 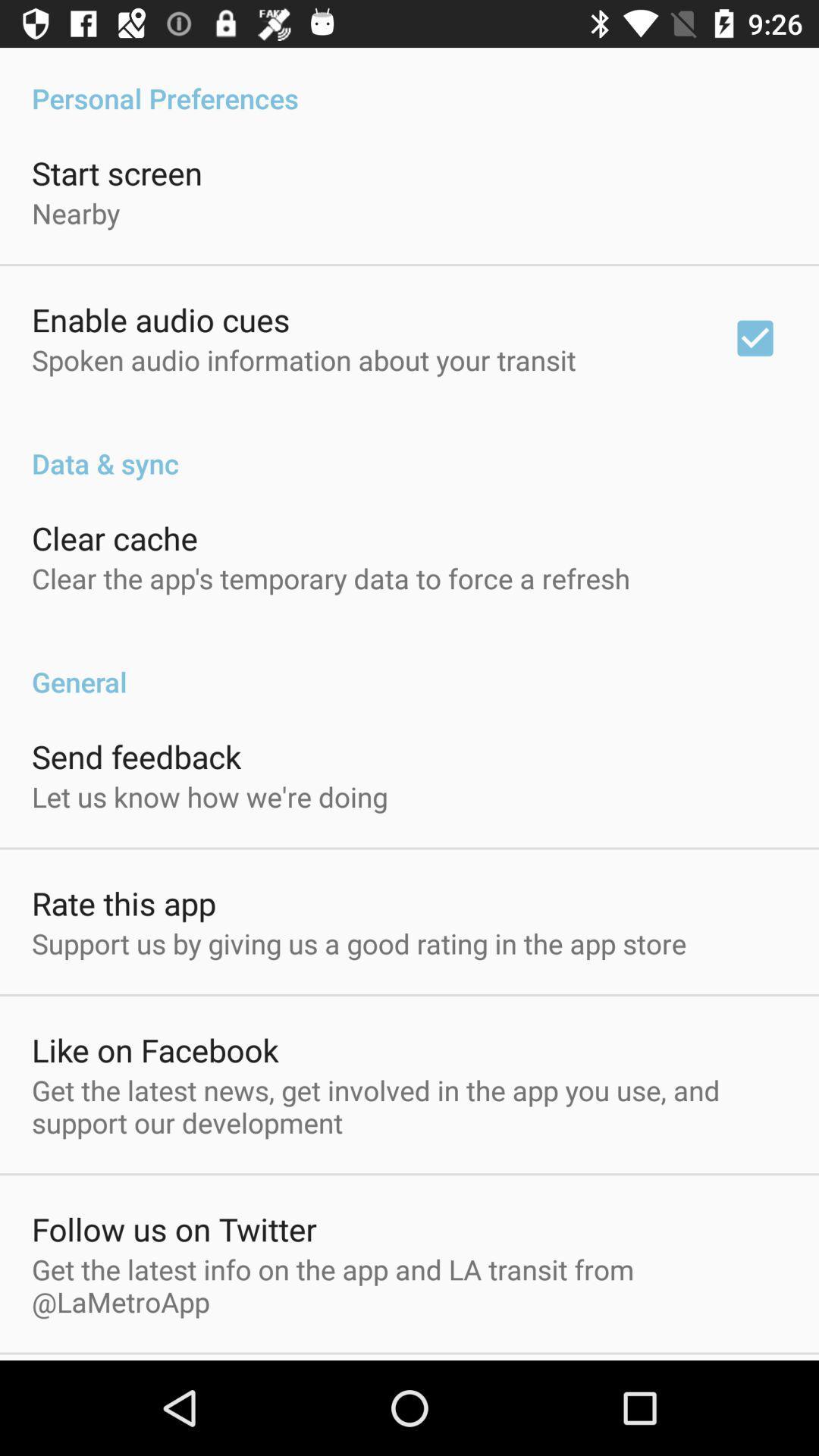 What do you see at coordinates (755, 337) in the screenshot?
I see `icon next to spoken audio information item` at bounding box center [755, 337].